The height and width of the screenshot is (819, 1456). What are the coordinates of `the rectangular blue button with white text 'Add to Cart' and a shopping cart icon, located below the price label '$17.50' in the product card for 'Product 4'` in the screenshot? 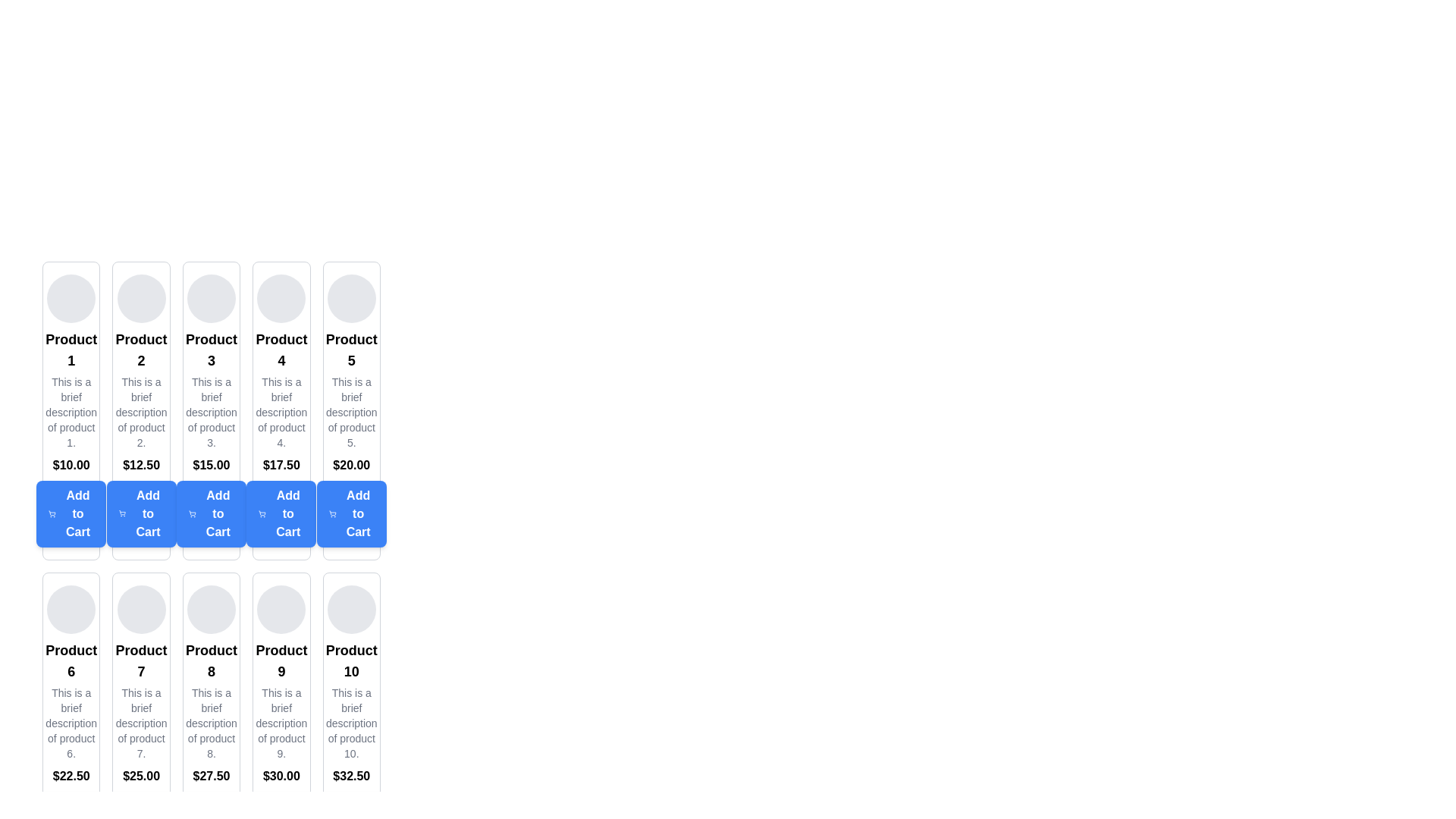 It's located at (281, 513).